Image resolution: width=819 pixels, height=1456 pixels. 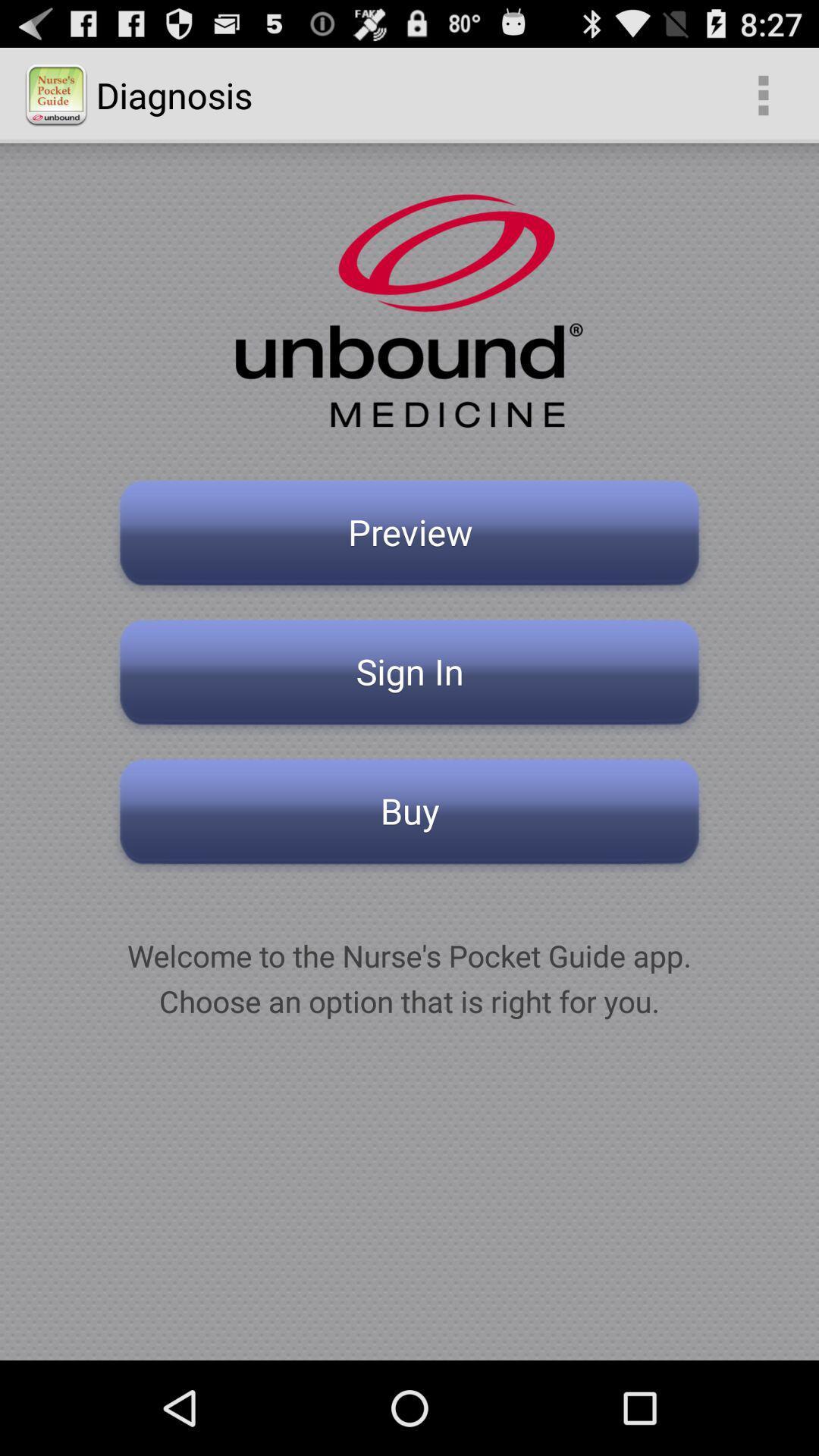 What do you see at coordinates (409, 676) in the screenshot?
I see `item below preview button` at bounding box center [409, 676].